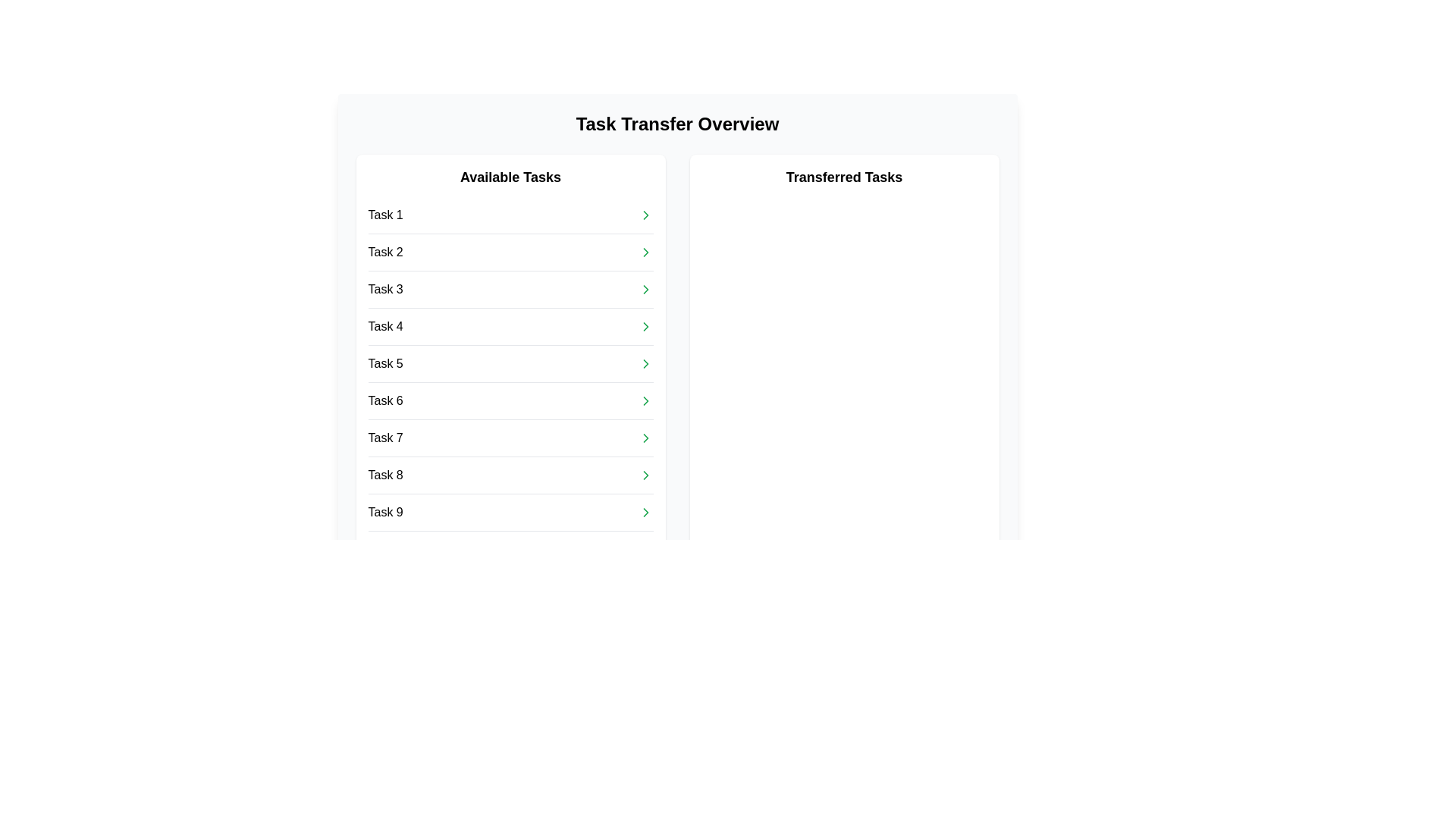 The height and width of the screenshot is (819, 1456). Describe the element at coordinates (385, 512) in the screenshot. I see `the text label displaying 'Task 9' in black font, which is the last entry in the 'Available Tasks' list` at that location.